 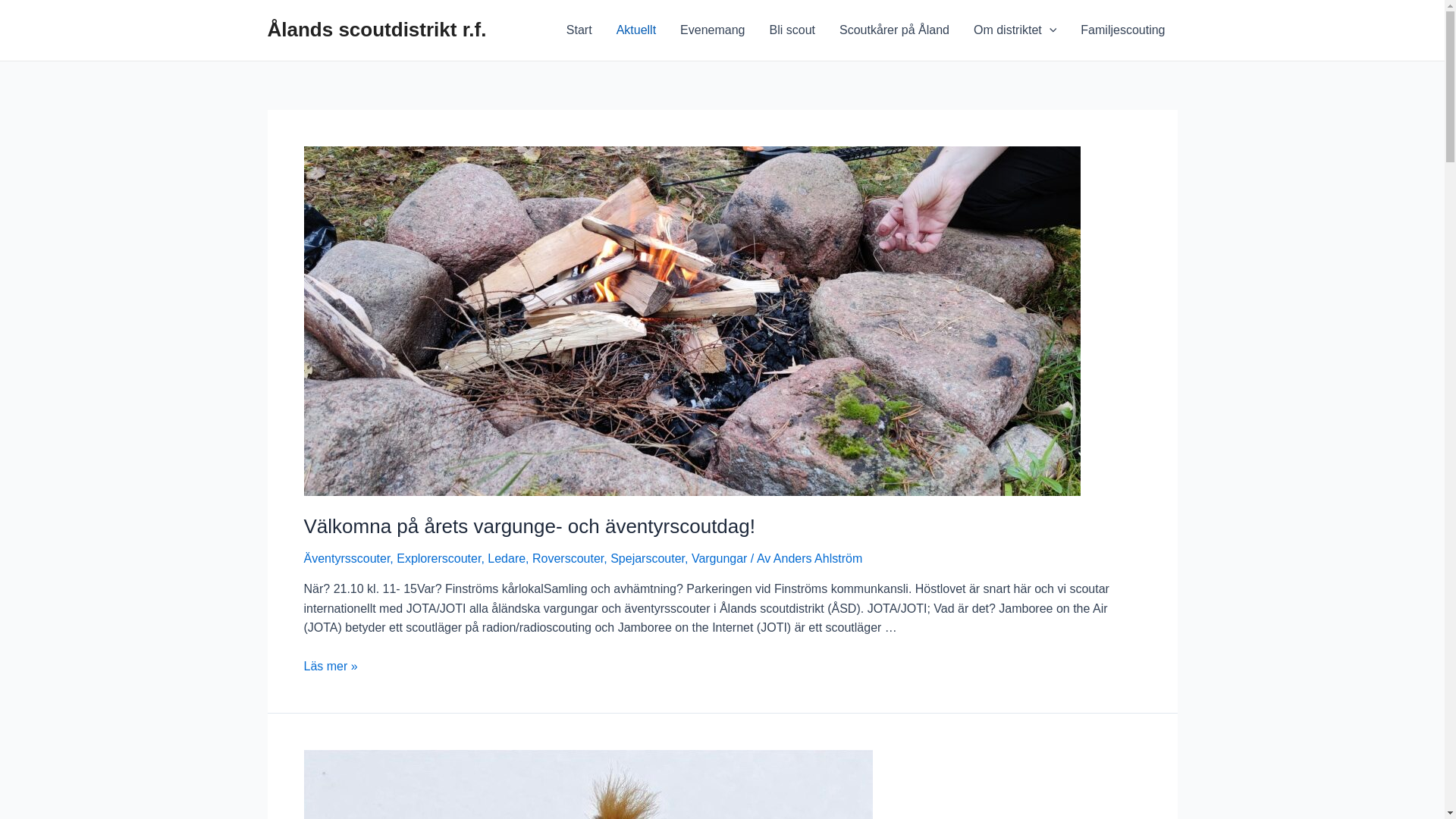 What do you see at coordinates (438, 558) in the screenshot?
I see `'Explorerscouter'` at bounding box center [438, 558].